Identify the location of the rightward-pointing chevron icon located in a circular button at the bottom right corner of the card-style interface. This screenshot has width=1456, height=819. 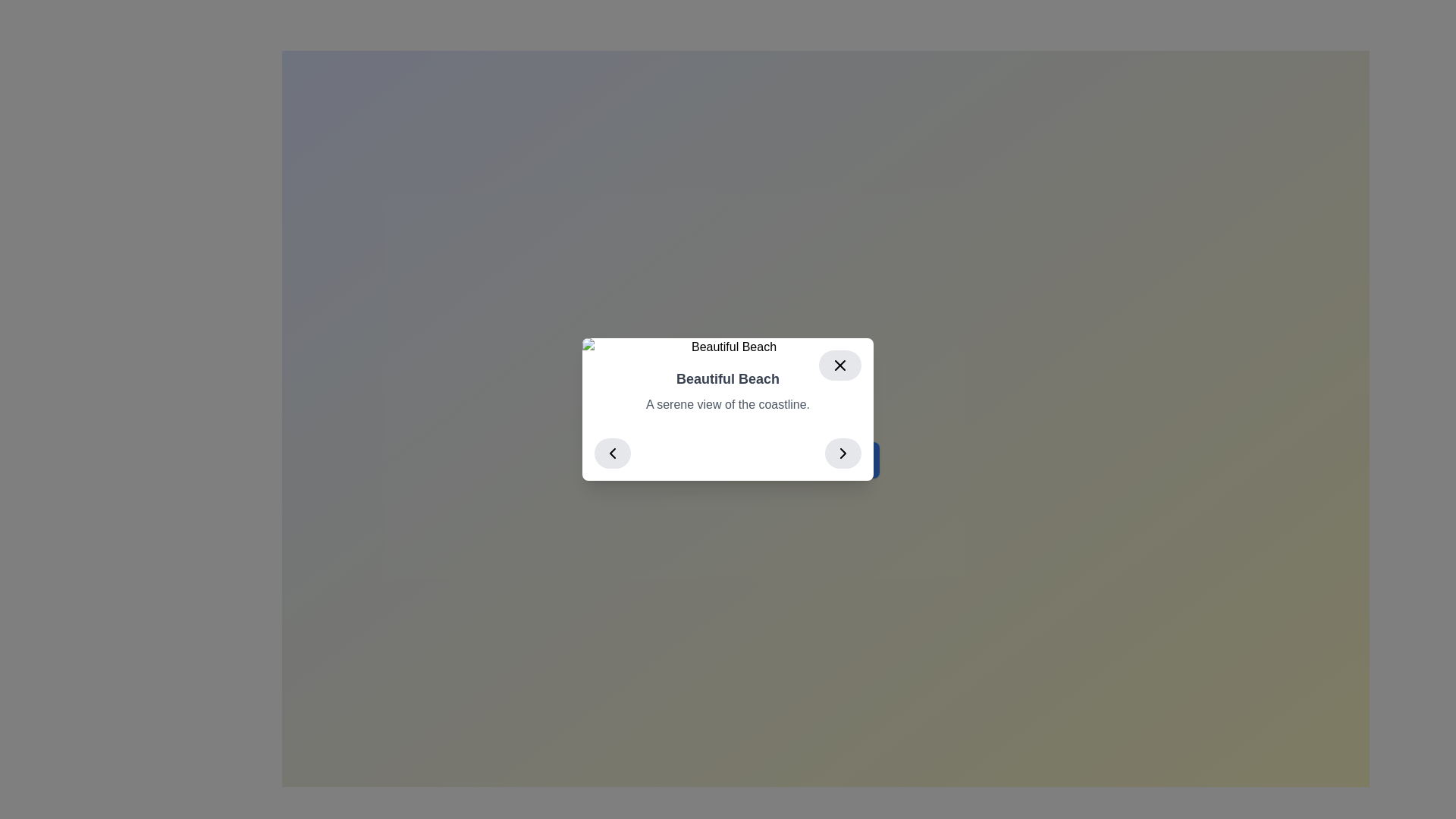
(843, 452).